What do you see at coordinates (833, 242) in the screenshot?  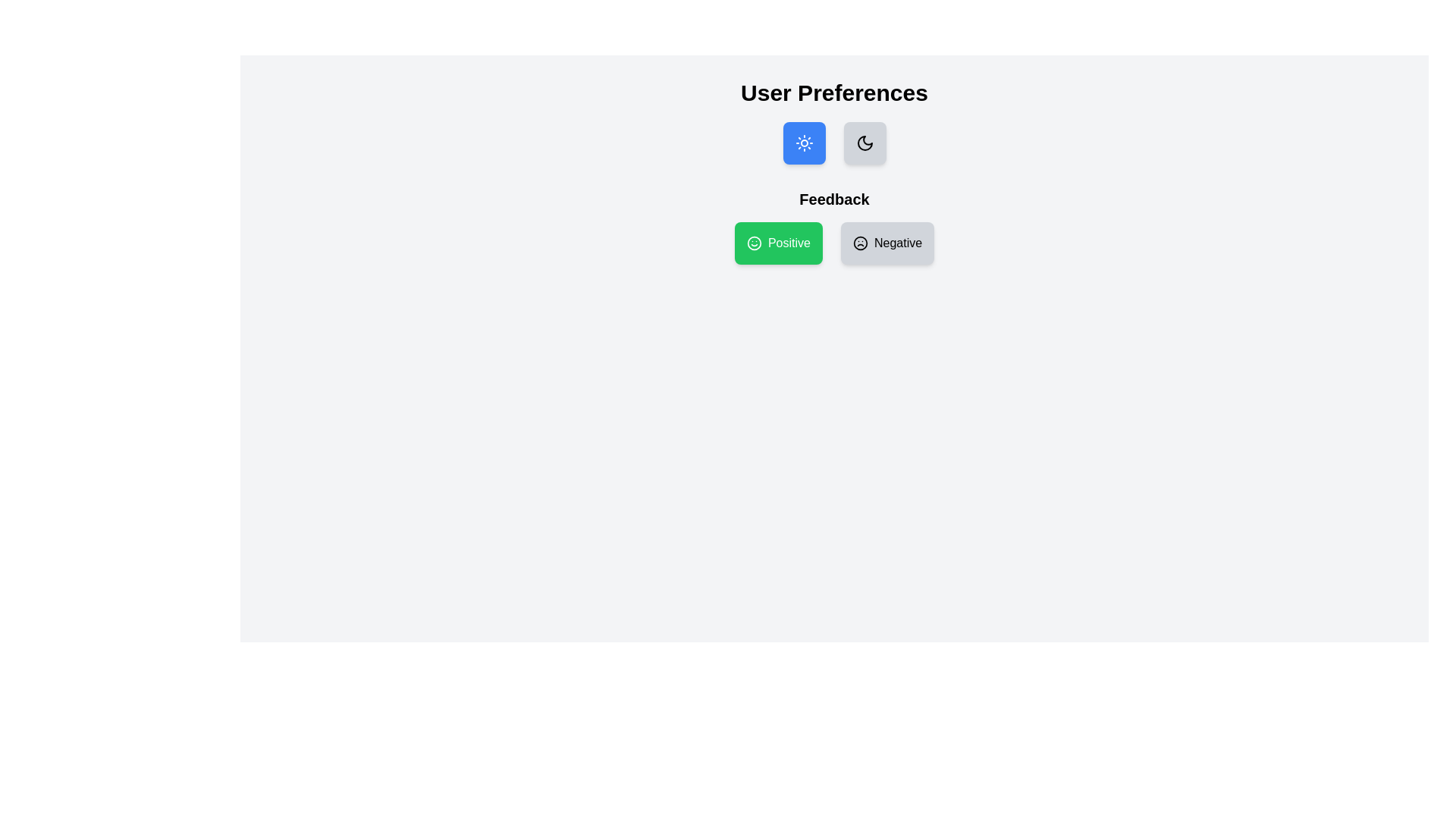 I see `the 'Positive' button, which is a green button with a happy face icon, located in the Feedback section below the User Preferences title` at bounding box center [833, 242].